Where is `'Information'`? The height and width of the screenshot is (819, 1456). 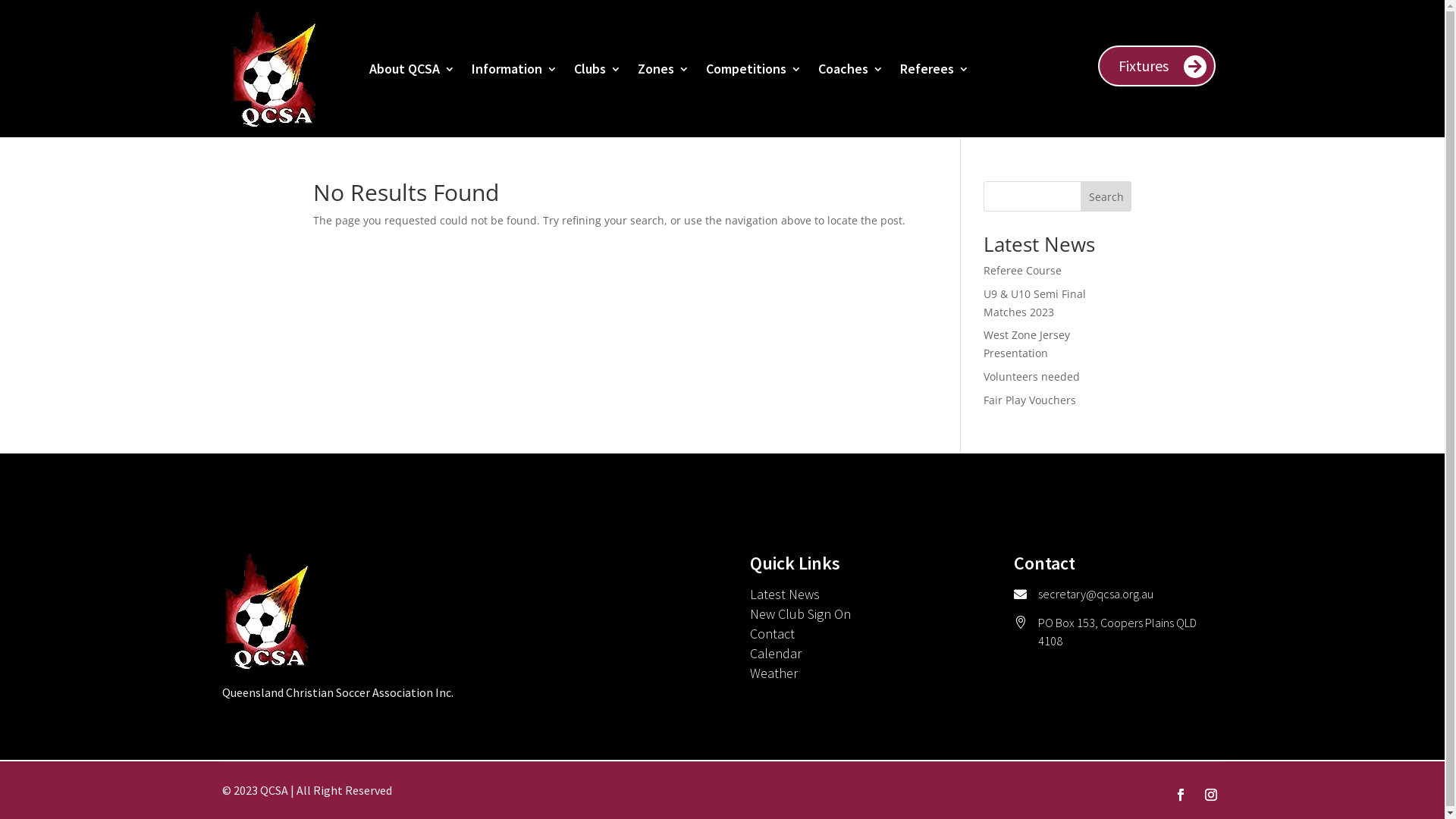 'Information' is located at coordinates (514, 68).